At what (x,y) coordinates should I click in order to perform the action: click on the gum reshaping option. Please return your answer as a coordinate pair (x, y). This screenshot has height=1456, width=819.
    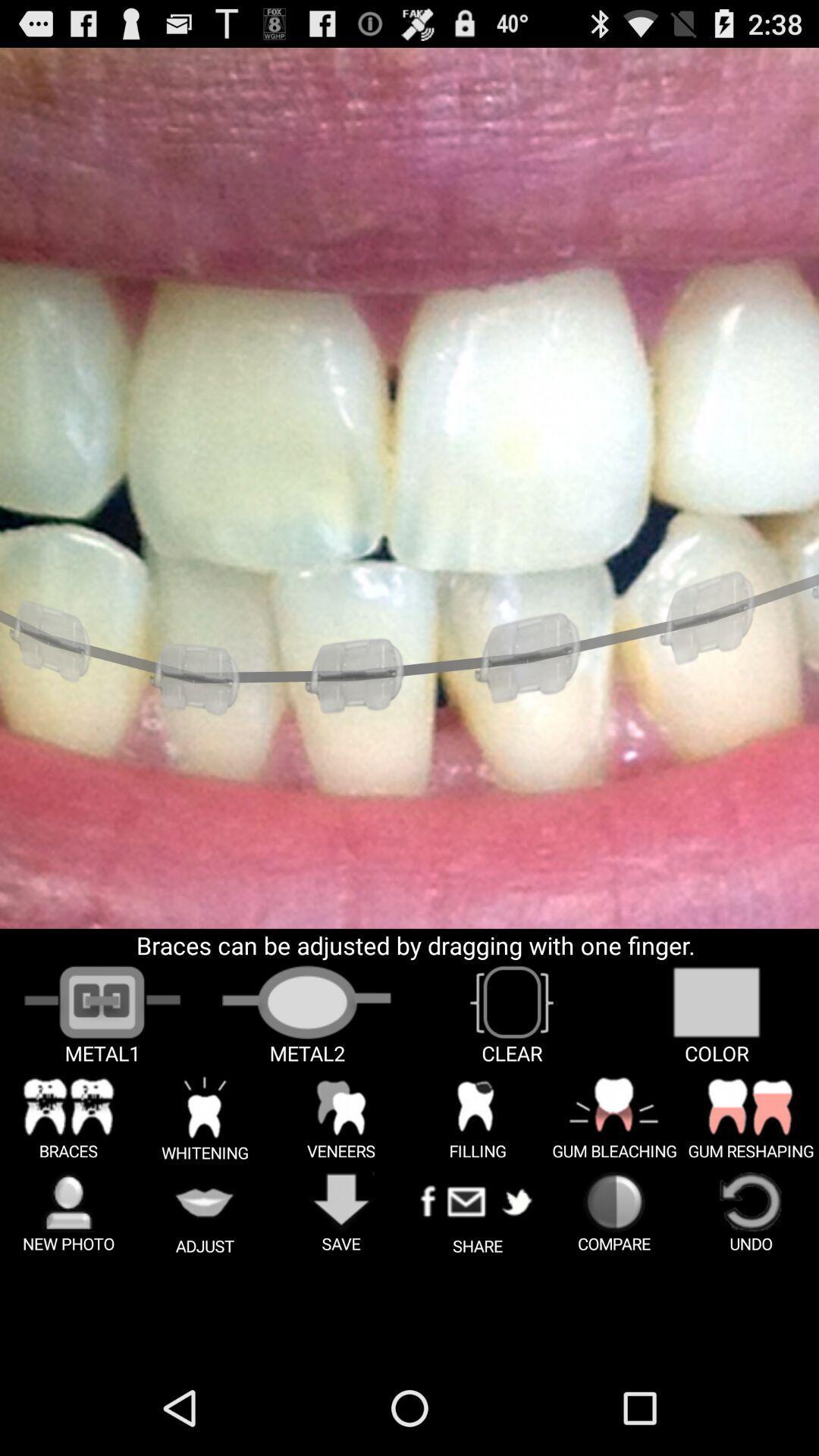
    Looking at the image, I should click on (751, 1118).